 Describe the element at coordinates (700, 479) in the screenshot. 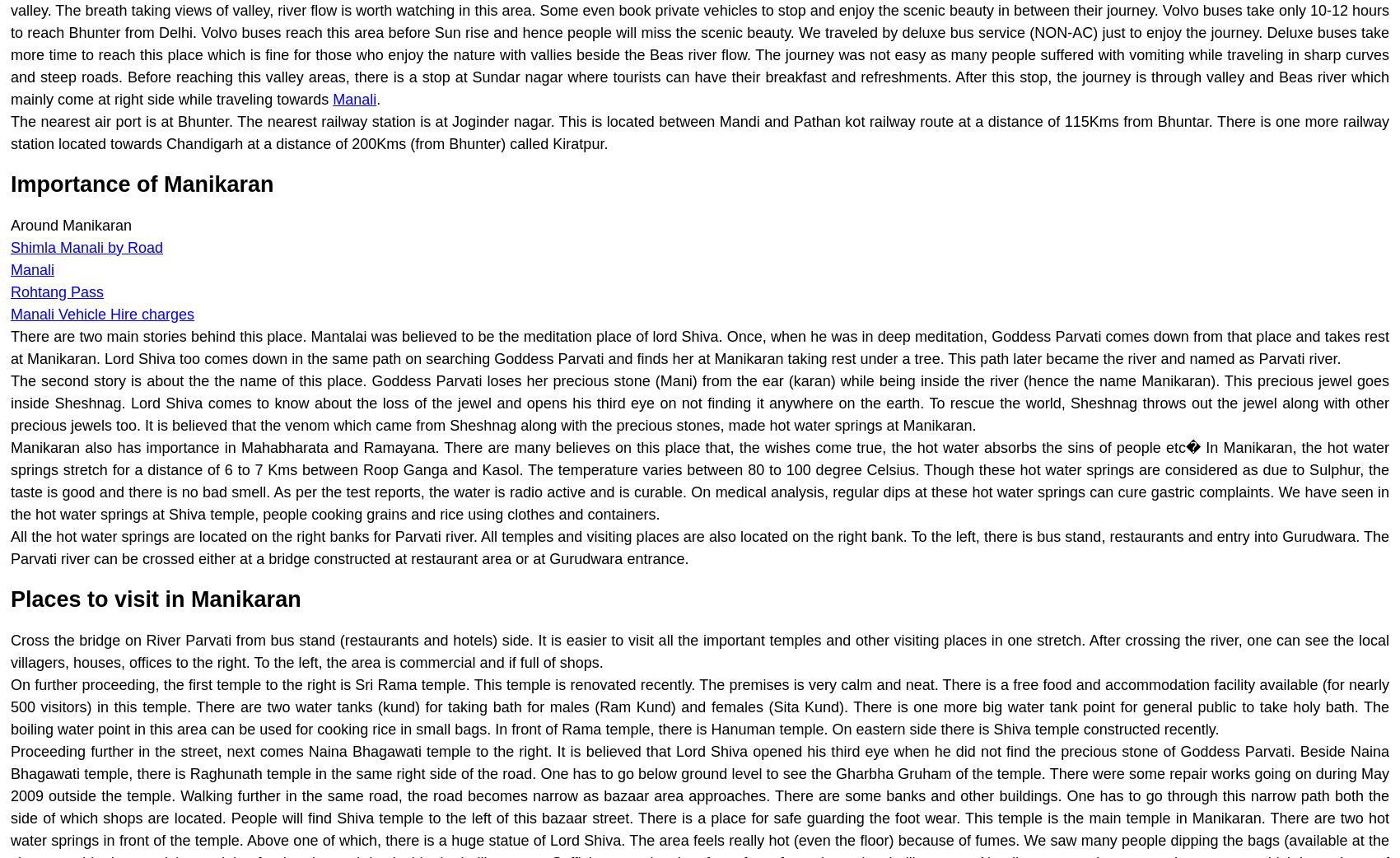

I see `'Manikaran also has importance in Mahabharata and Ramayana. There are many believes on this place that, the wishes come true, the hot water absorbs the sins of people etc� In Manikaran, the hot water springs stretch for a distance of 6 to 7 Kms between Roop Ganga and Kasol. The temperature varies between 80 to 100 degree Celsius. Though these hot water springs are considered as due to Sulphur, the taste is good and there is no bad smell. As per the test reports, the water is radio active and is curable. On medical analysis, regular dips at these hot water springs can cure gastric complaints. We have seen in the hot water springs at Shiva temple, people cooking grains and rice using clothes and containers.'` at that location.